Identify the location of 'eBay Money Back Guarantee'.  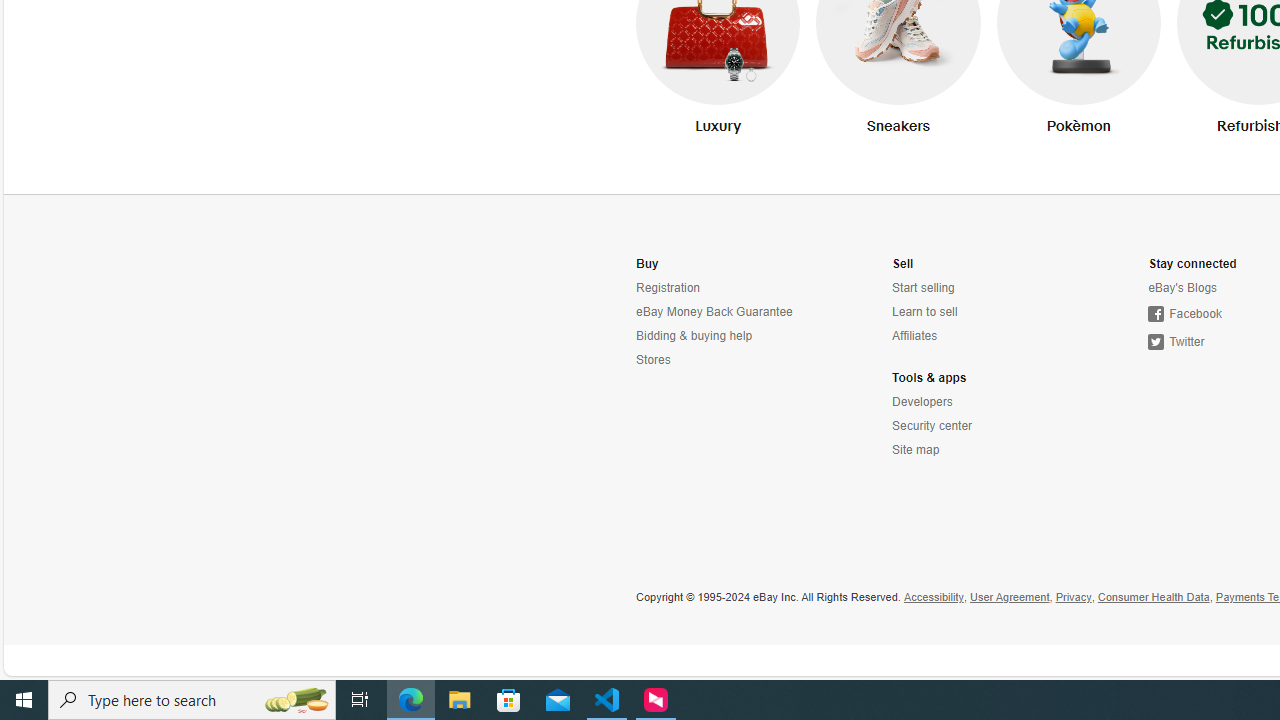
(714, 312).